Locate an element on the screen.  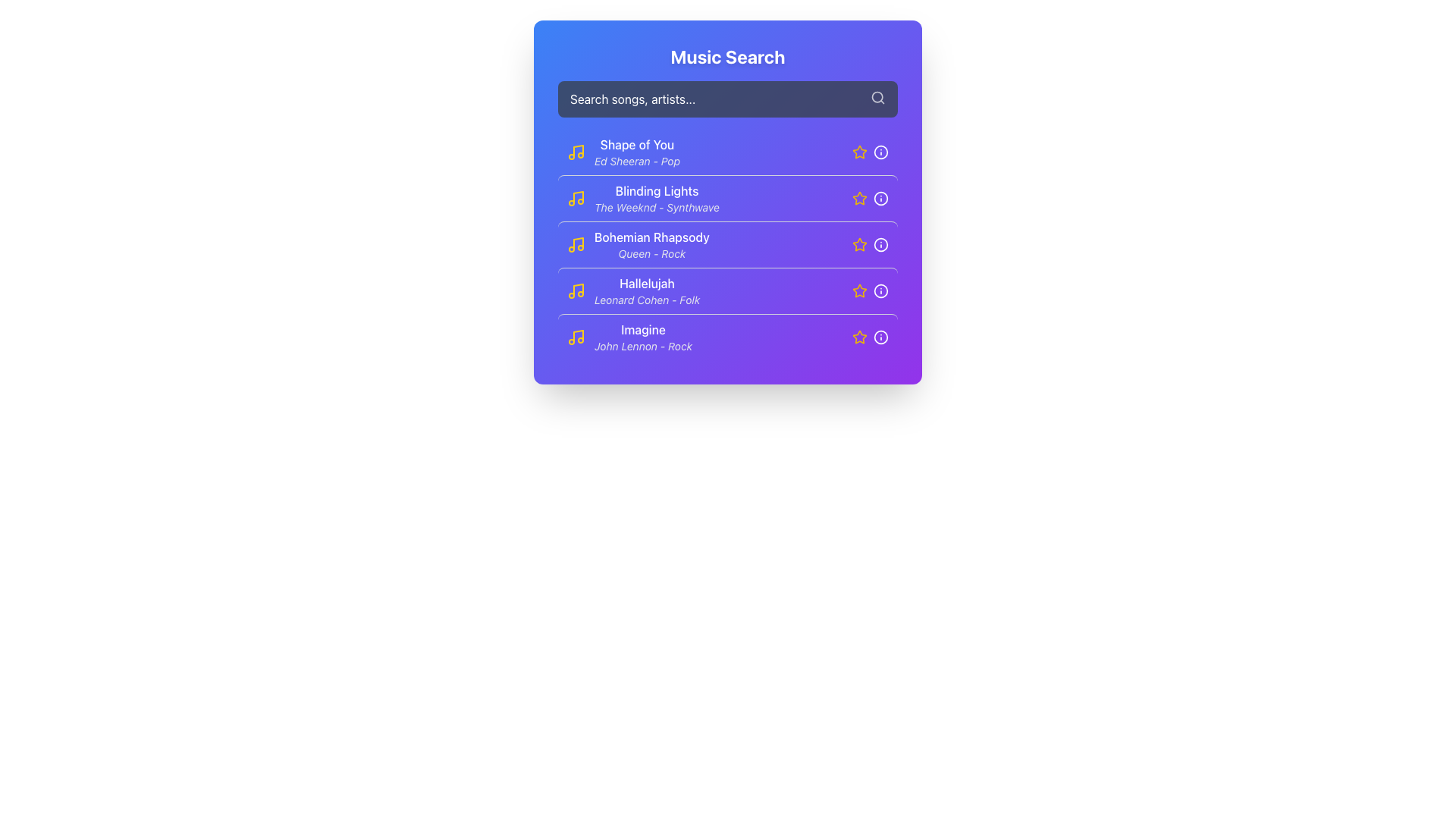
the third star-shaped interactive icon in yellow, associated with the song 'Bohemian Rhapsody', to rate or bookmark it is located at coordinates (858, 243).